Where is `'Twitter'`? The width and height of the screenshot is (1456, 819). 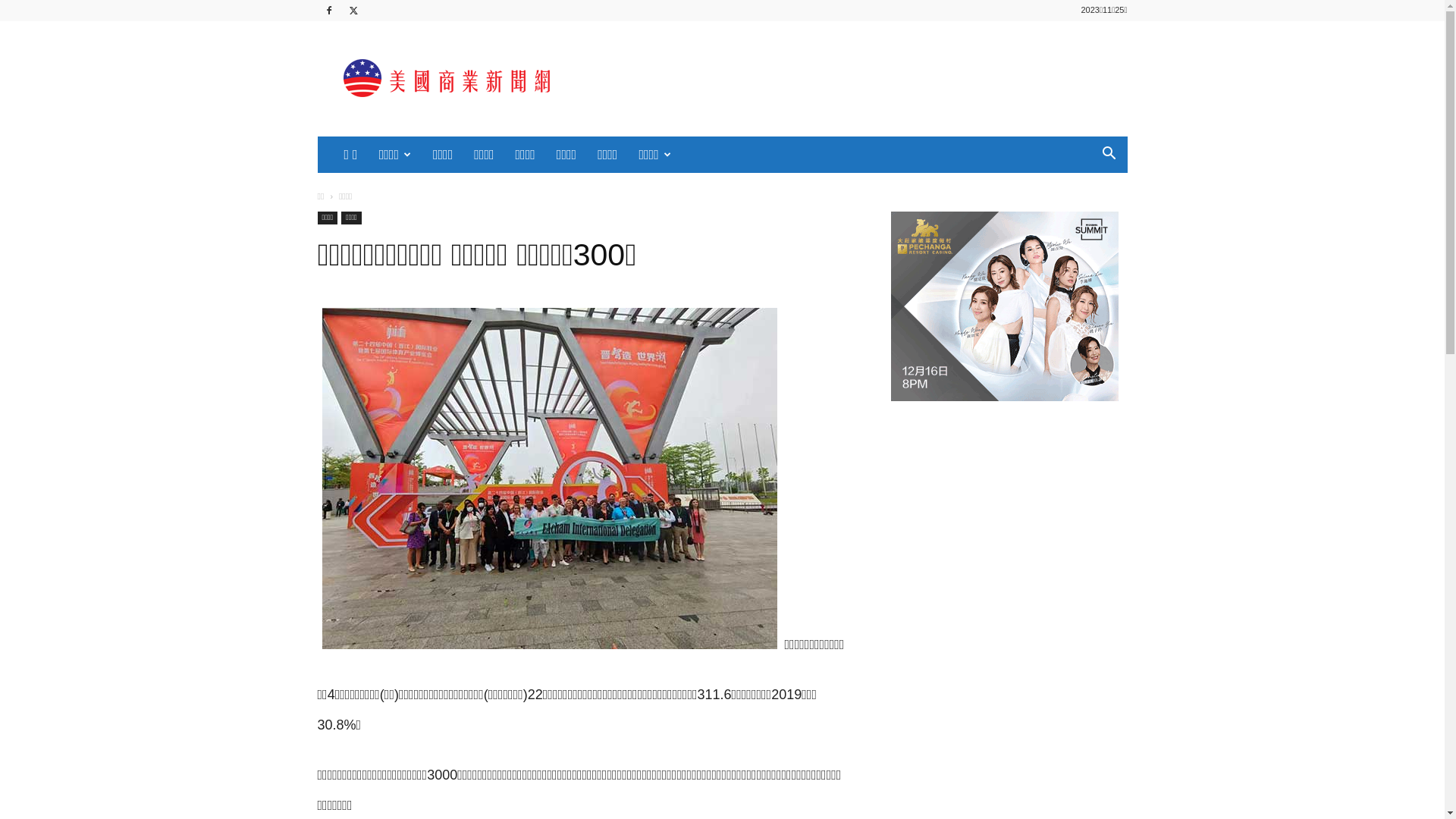
'Twitter' is located at coordinates (353, 11).